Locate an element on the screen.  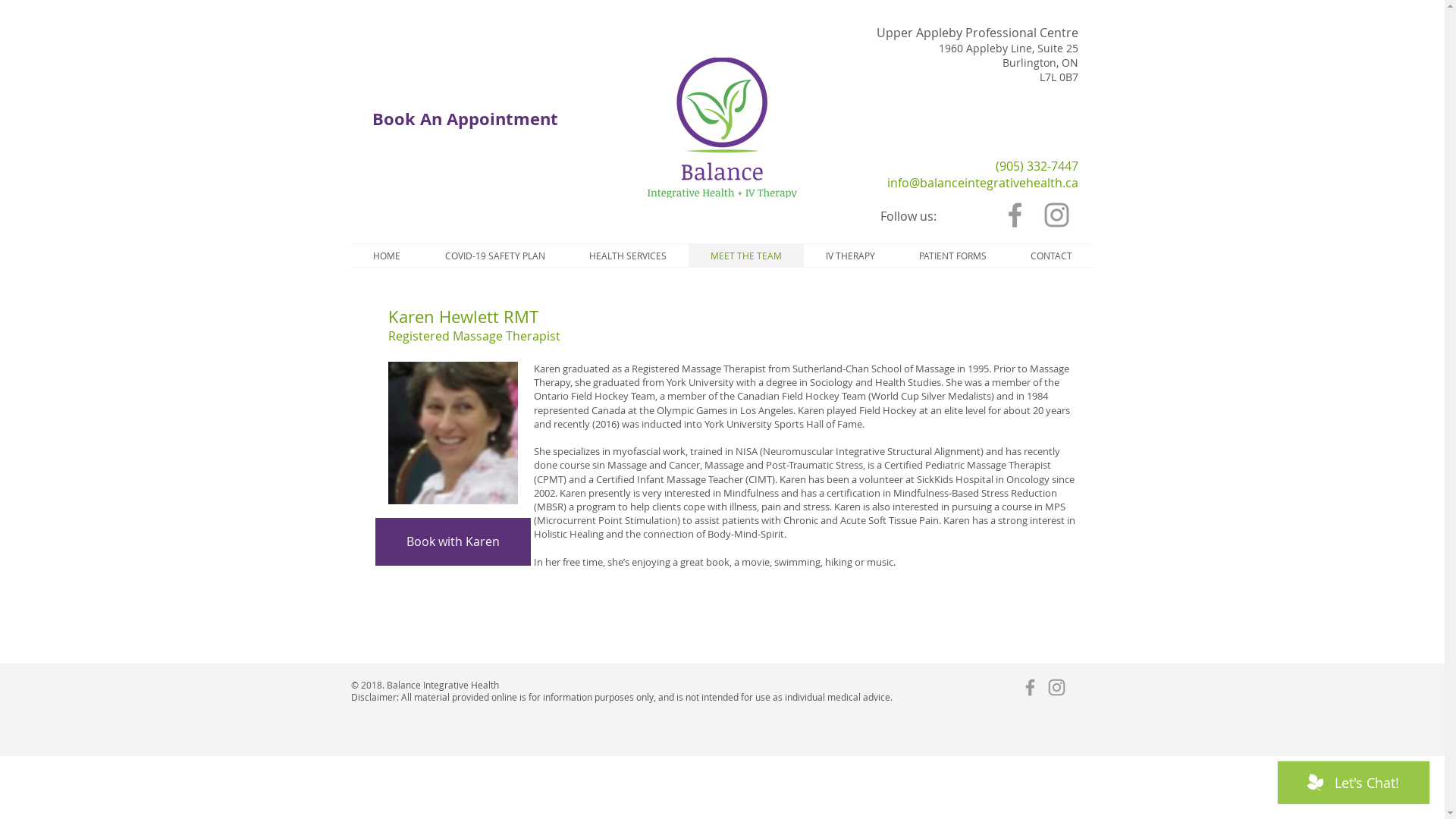
'info@balanceintegrativehealth.ca' is located at coordinates (983, 181).